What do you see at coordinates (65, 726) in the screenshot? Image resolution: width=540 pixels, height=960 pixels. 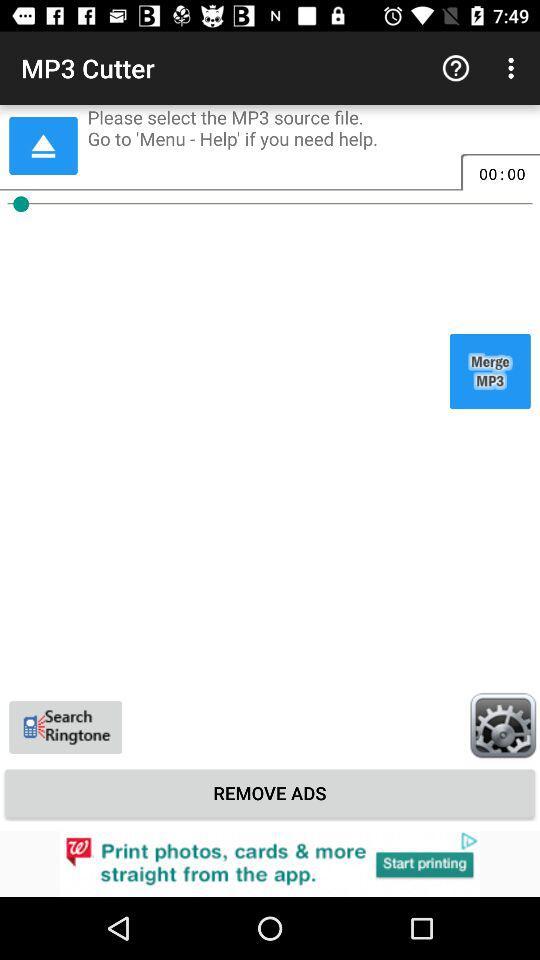 I see `search` at bounding box center [65, 726].